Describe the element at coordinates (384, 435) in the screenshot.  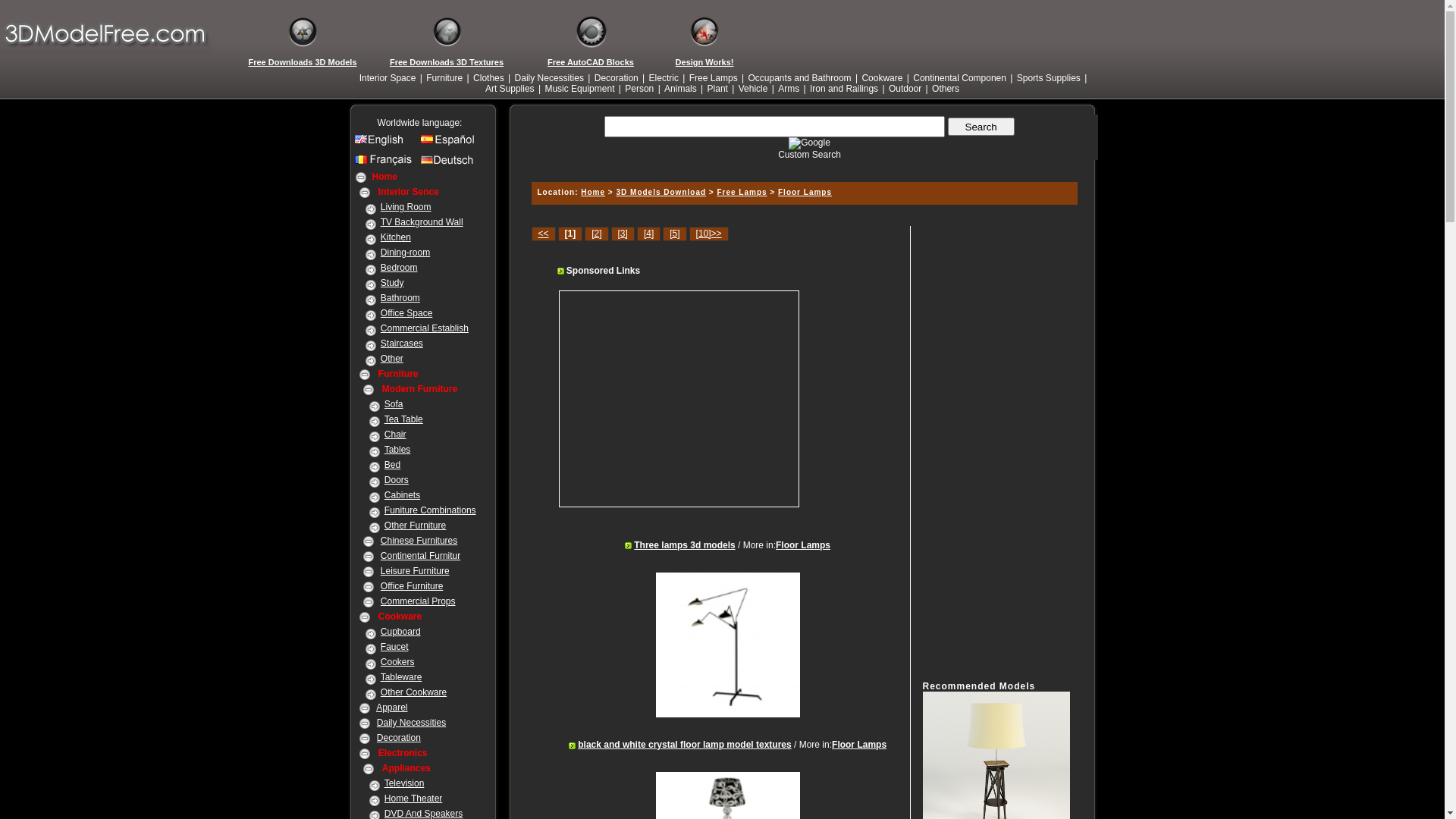
I see `'Chair'` at that location.